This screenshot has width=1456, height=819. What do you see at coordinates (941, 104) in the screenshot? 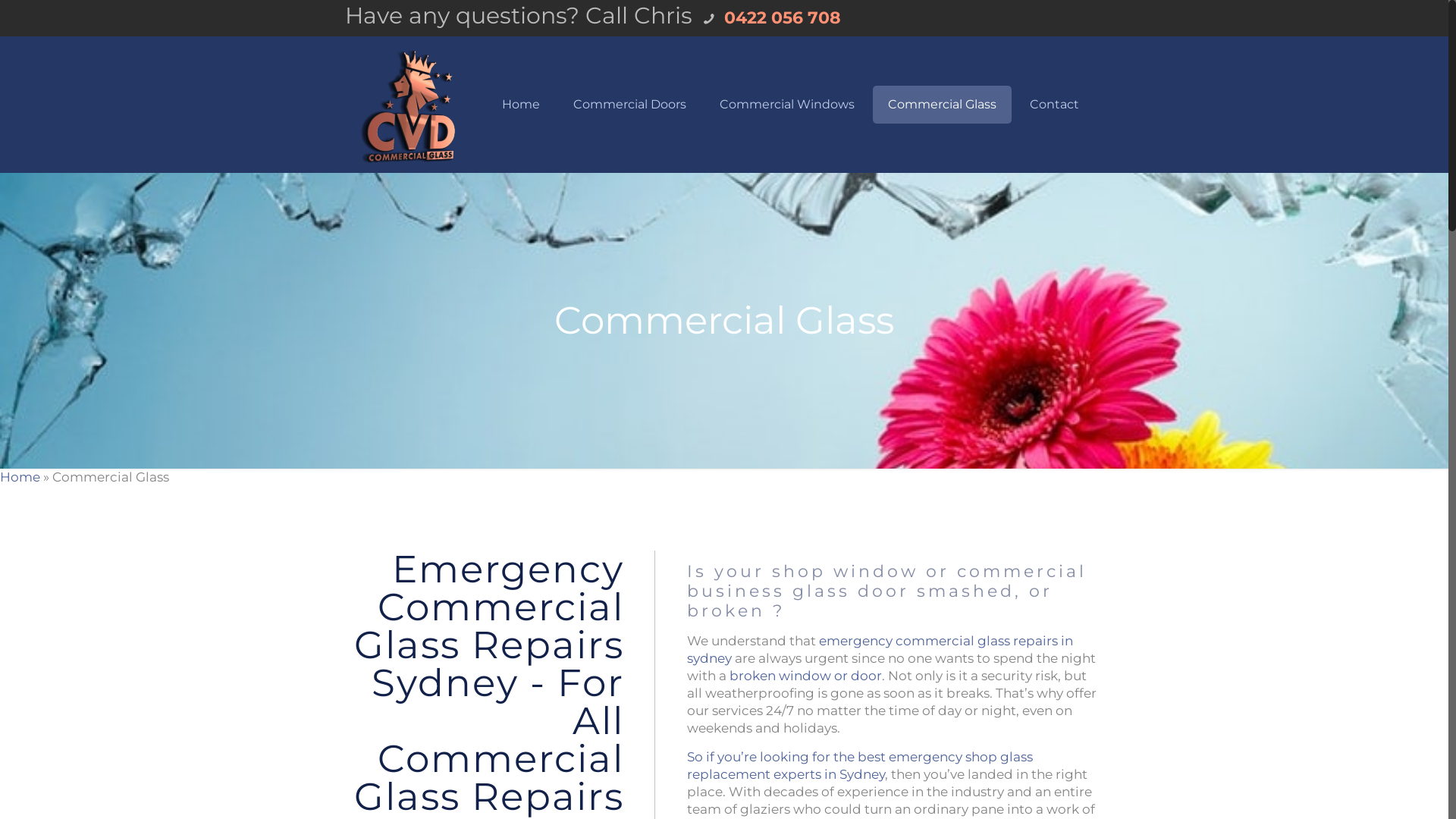
I see `'Commercial Glass'` at bounding box center [941, 104].